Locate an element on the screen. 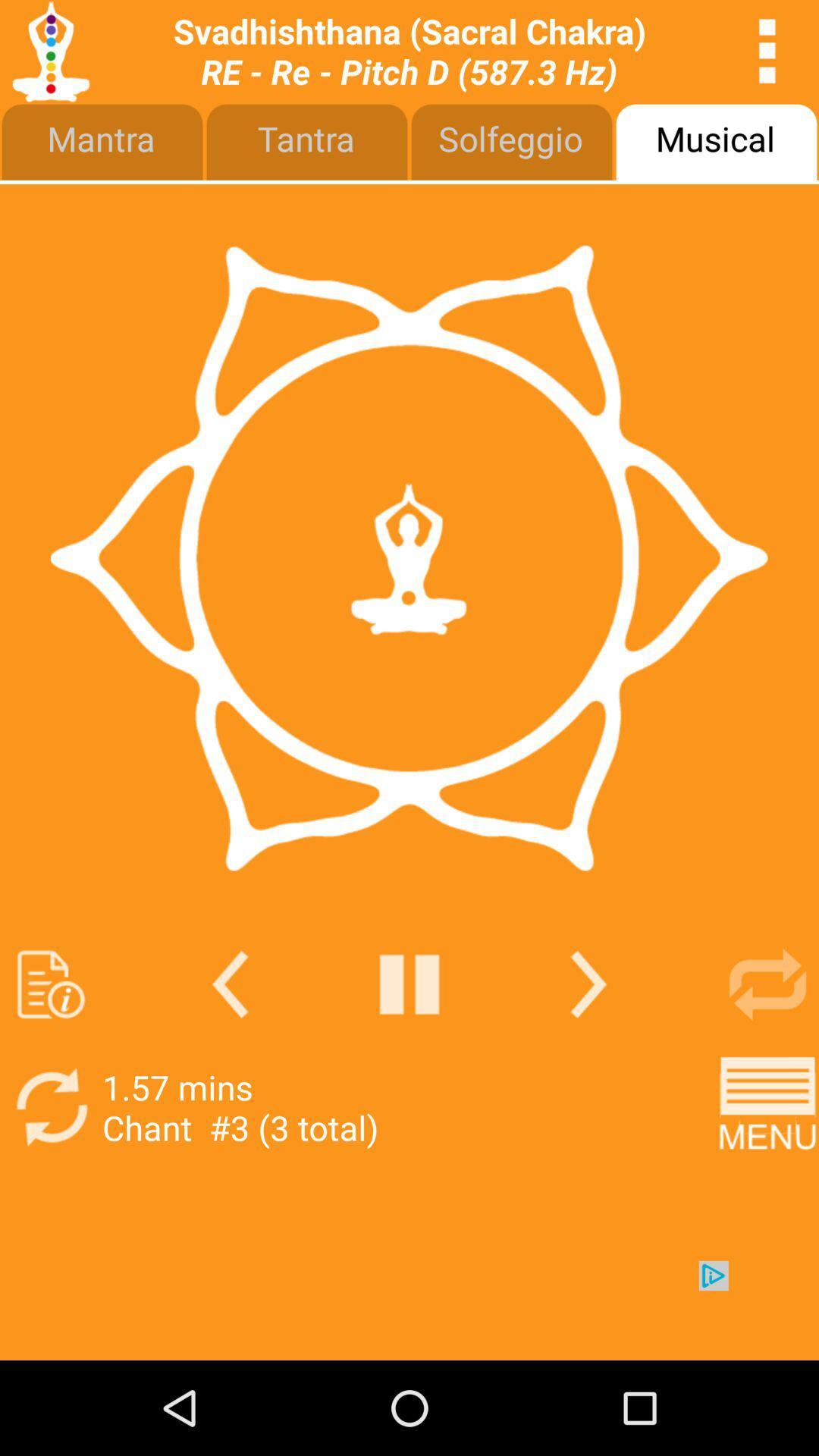  pause sound is located at coordinates (409, 984).